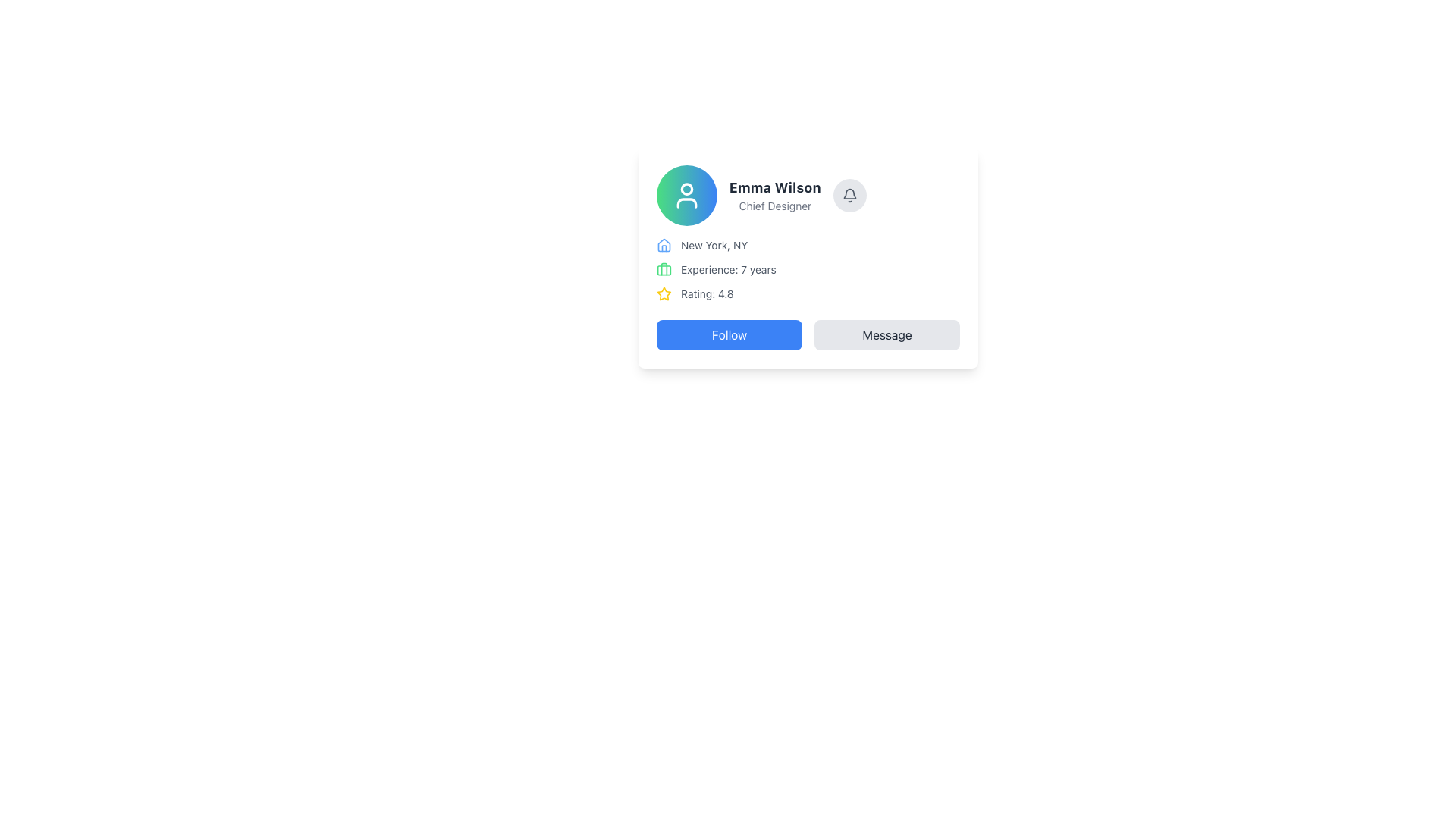 The height and width of the screenshot is (819, 1456). What do you see at coordinates (714, 245) in the screenshot?
I see `the text label displaying 'New York, NY' located below the name and title in the profile card, to the right of a house icon` at bounding box center [714, 245].